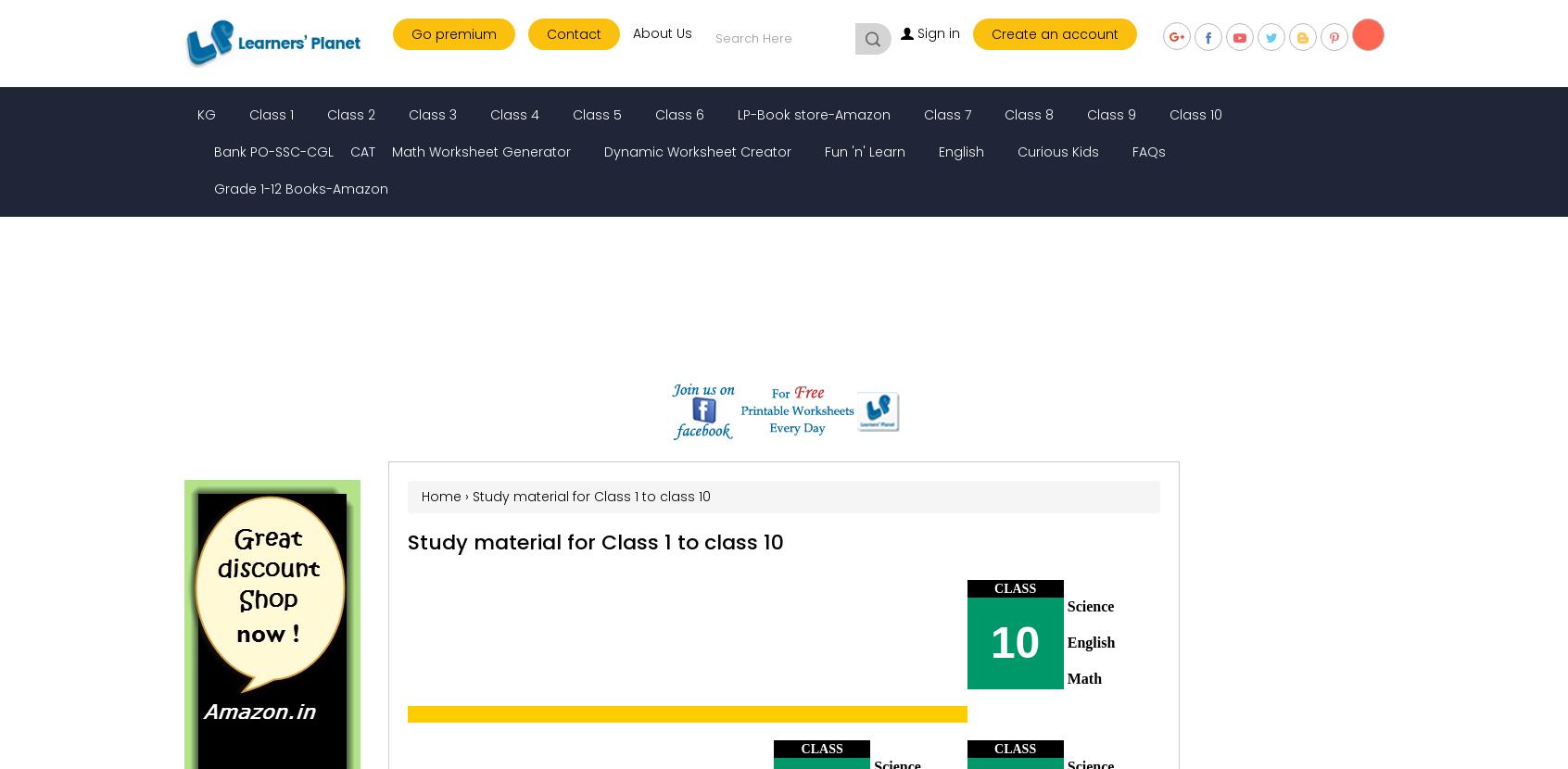 This screenshot has width=1568, height=769. Describe the element at coordinates (946, 115) in the screenshot. I see `'Class 7'` at that location.